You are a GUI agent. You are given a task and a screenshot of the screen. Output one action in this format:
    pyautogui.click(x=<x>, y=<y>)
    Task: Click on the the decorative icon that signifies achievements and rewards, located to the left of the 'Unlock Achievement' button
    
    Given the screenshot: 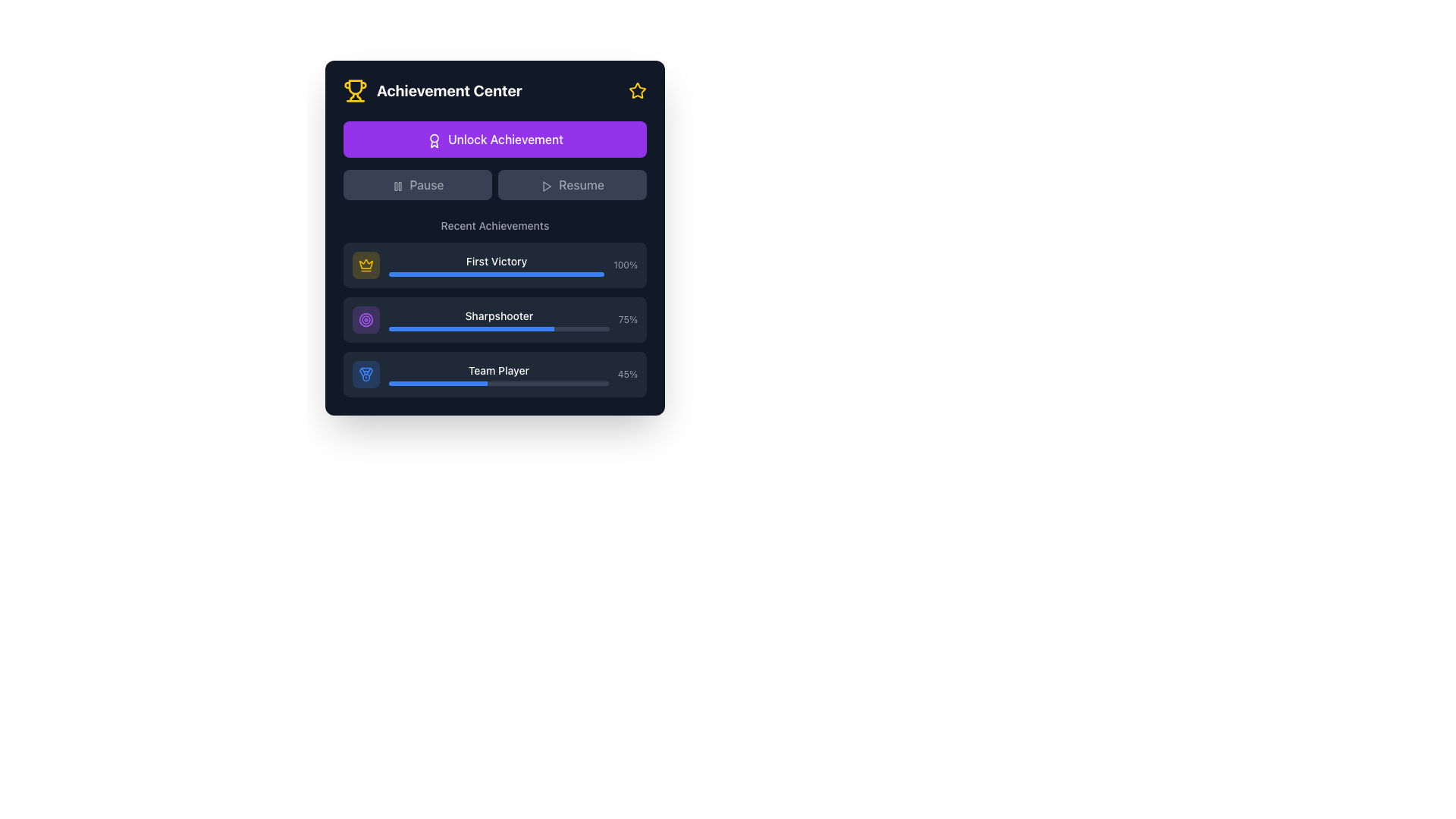 What is the action you would take?
    pyautogui.click(x=434, y=140)
    